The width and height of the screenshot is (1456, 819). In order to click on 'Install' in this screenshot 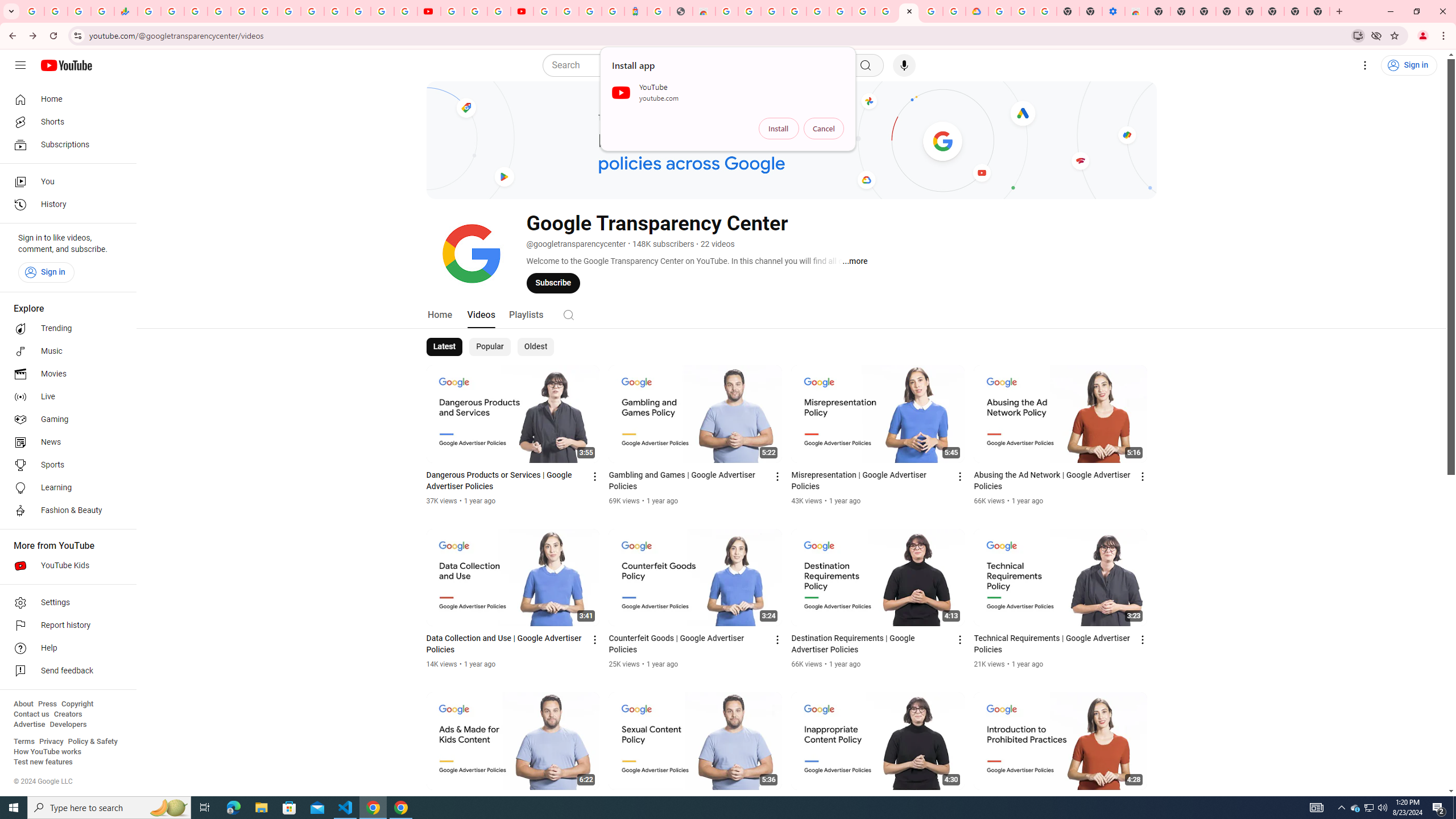, I will do `click(779, 128)`.